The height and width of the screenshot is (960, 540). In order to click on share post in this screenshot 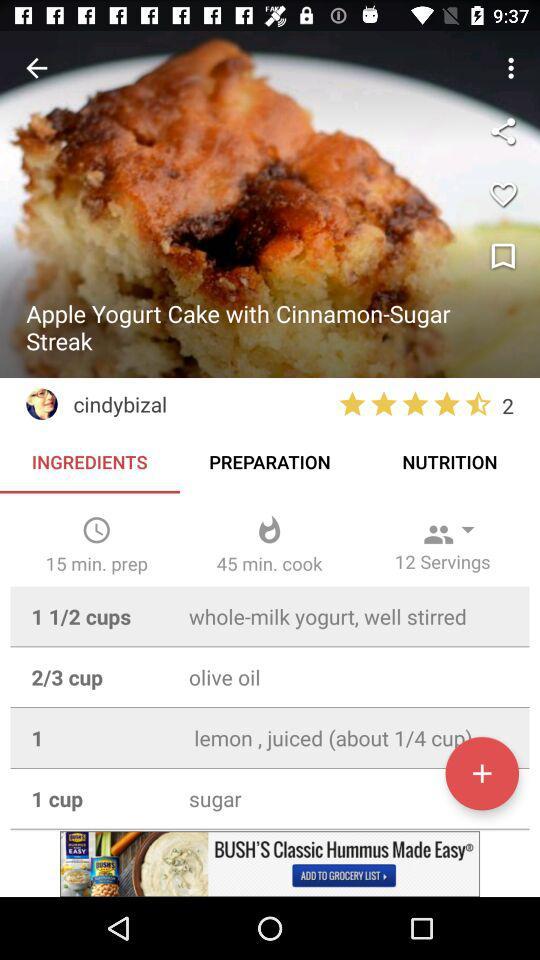, I will do `click(502, 130)`.